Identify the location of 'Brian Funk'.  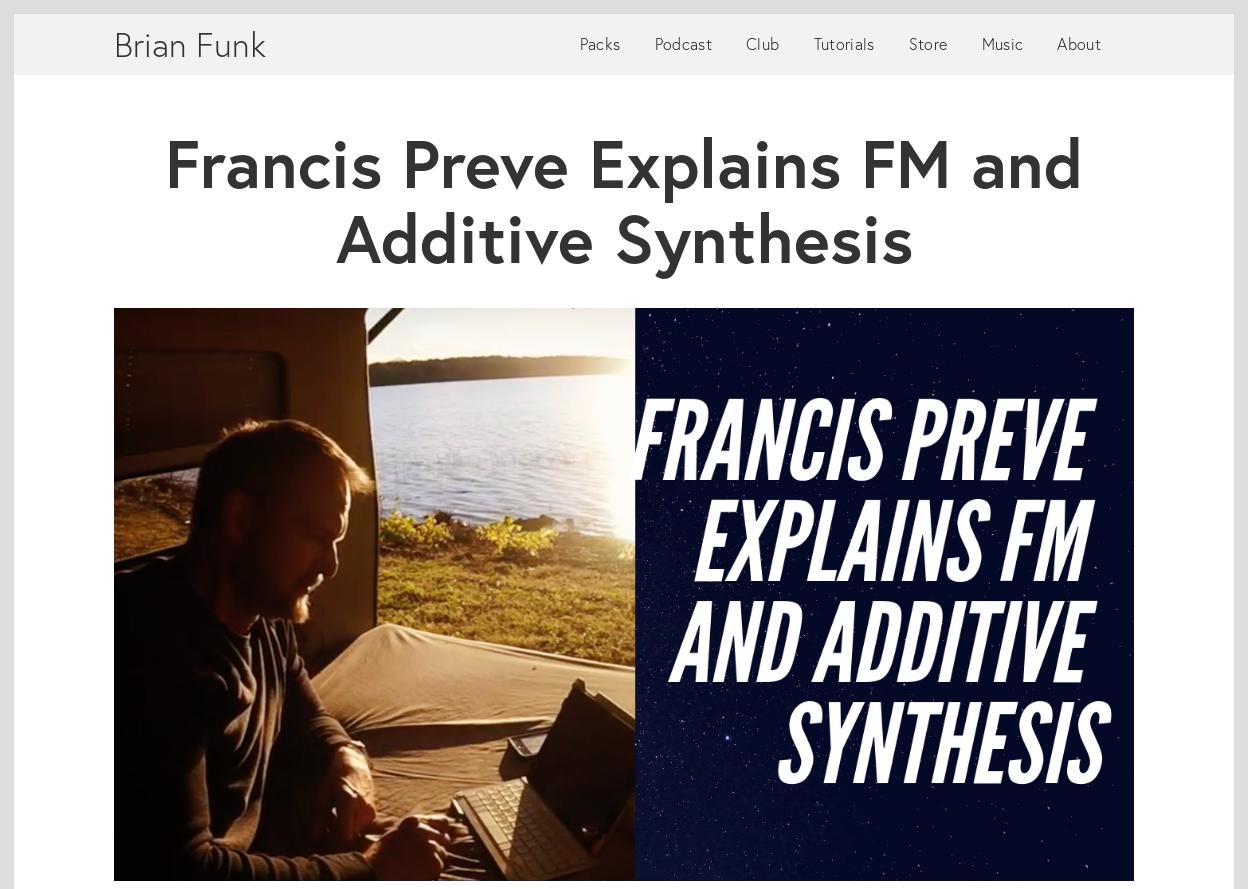
(113, 44).